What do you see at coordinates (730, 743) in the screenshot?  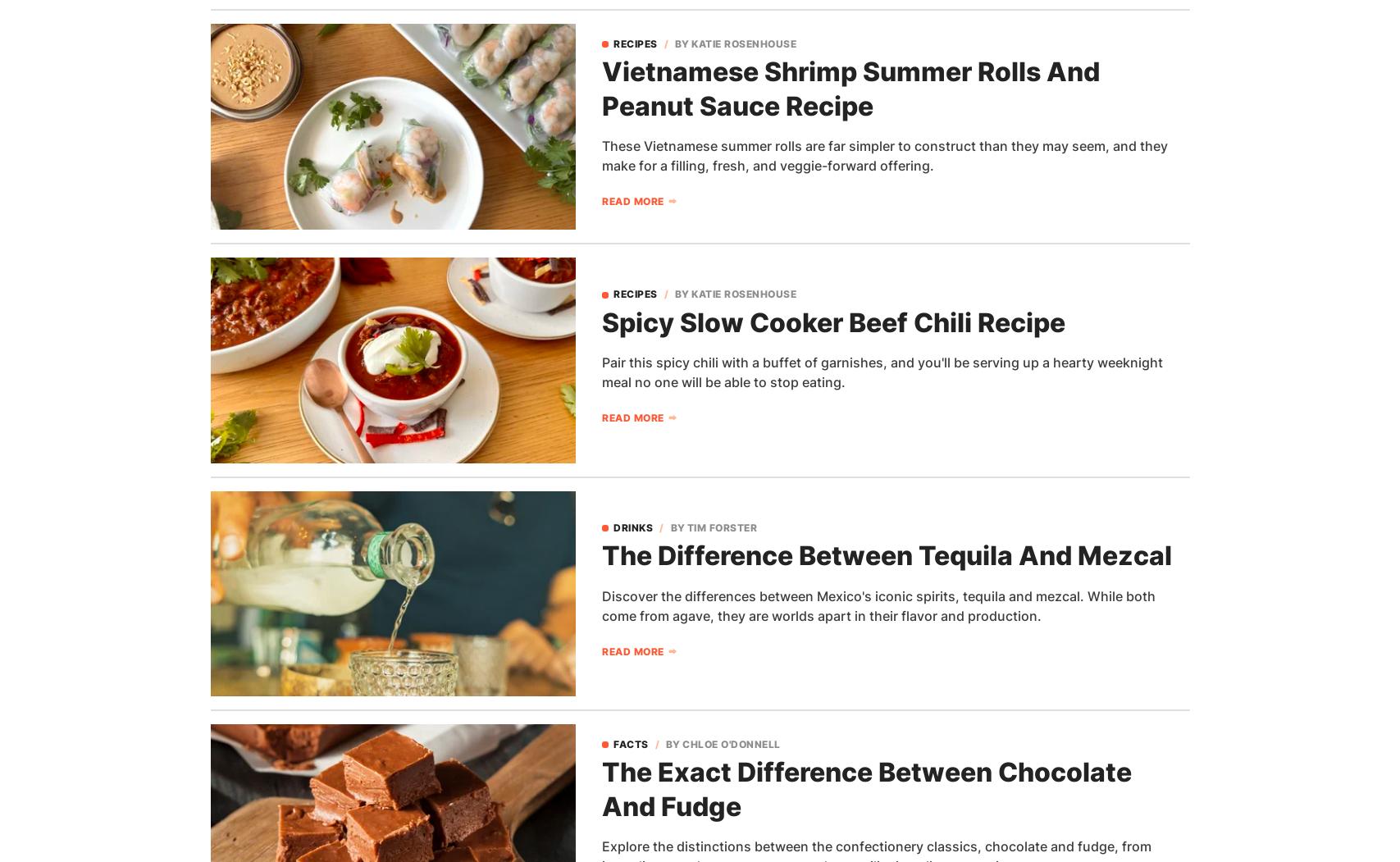 I see `'Chloe O'Donnell'` at bounding box center [730, 743].